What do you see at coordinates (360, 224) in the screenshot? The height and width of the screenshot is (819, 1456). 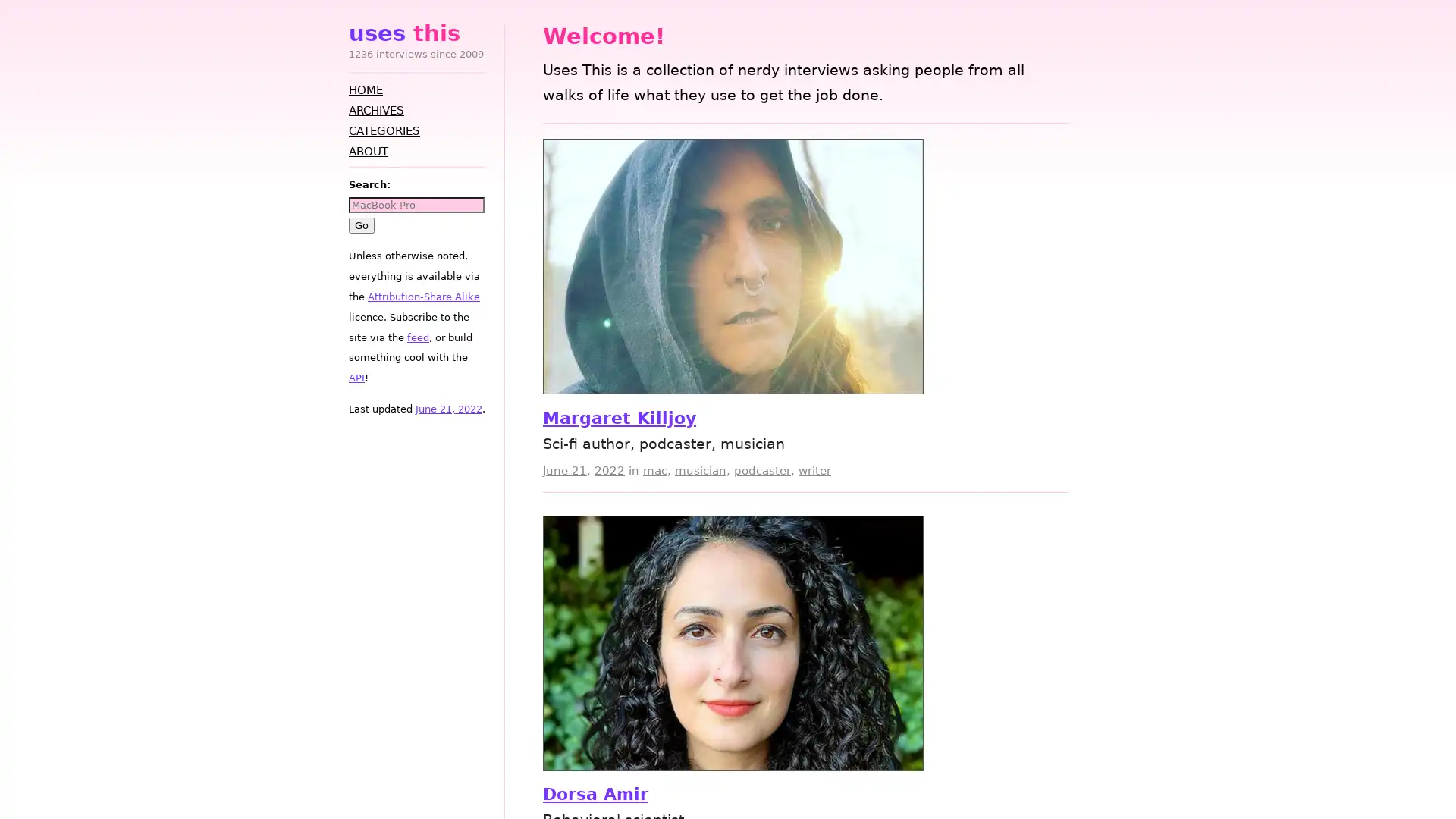 I see `Go` at bounding box center [360, 224].